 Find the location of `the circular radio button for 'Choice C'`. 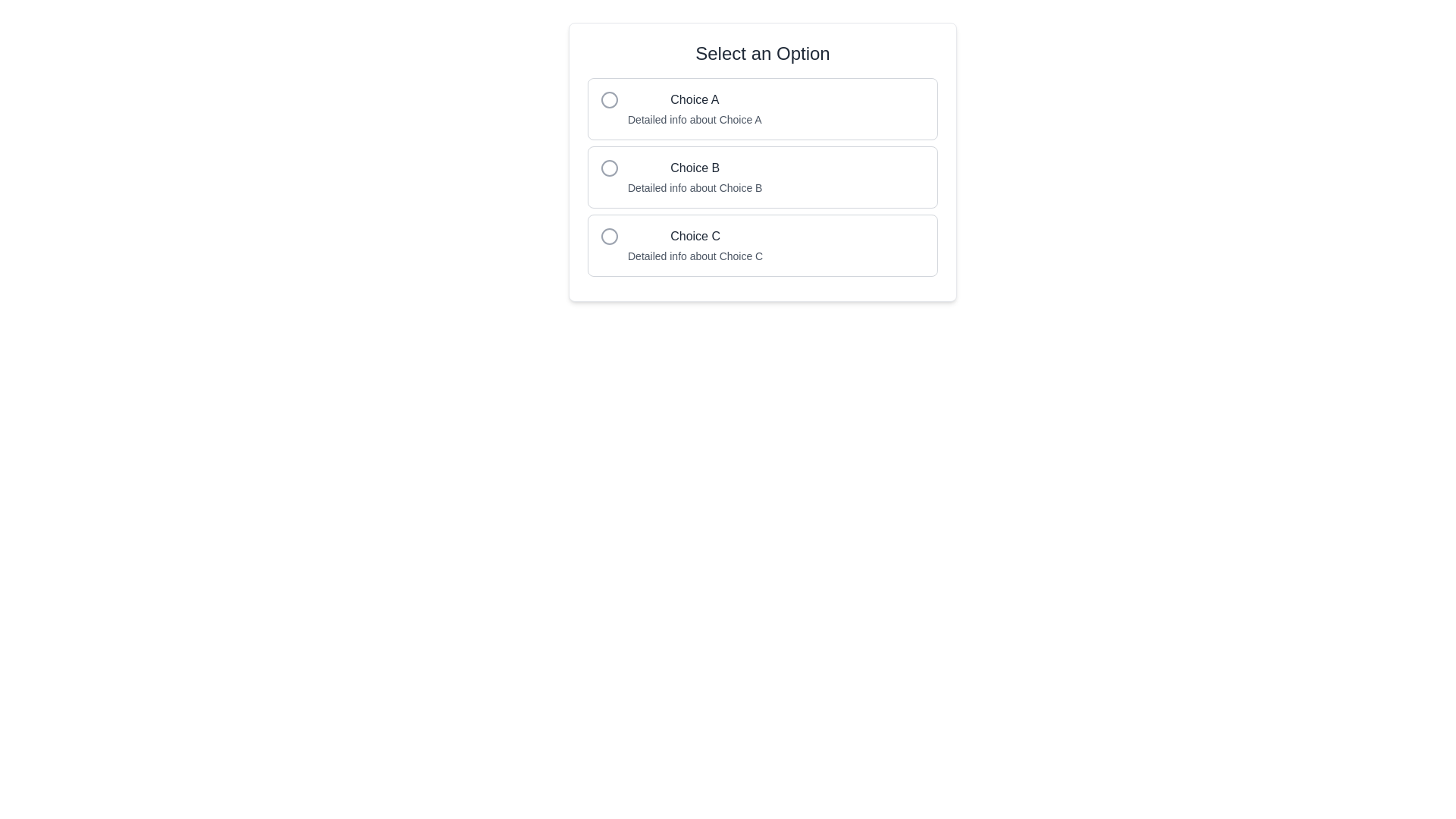

the circular radio button for 'Choice C' is located at coordinates (610, 237).